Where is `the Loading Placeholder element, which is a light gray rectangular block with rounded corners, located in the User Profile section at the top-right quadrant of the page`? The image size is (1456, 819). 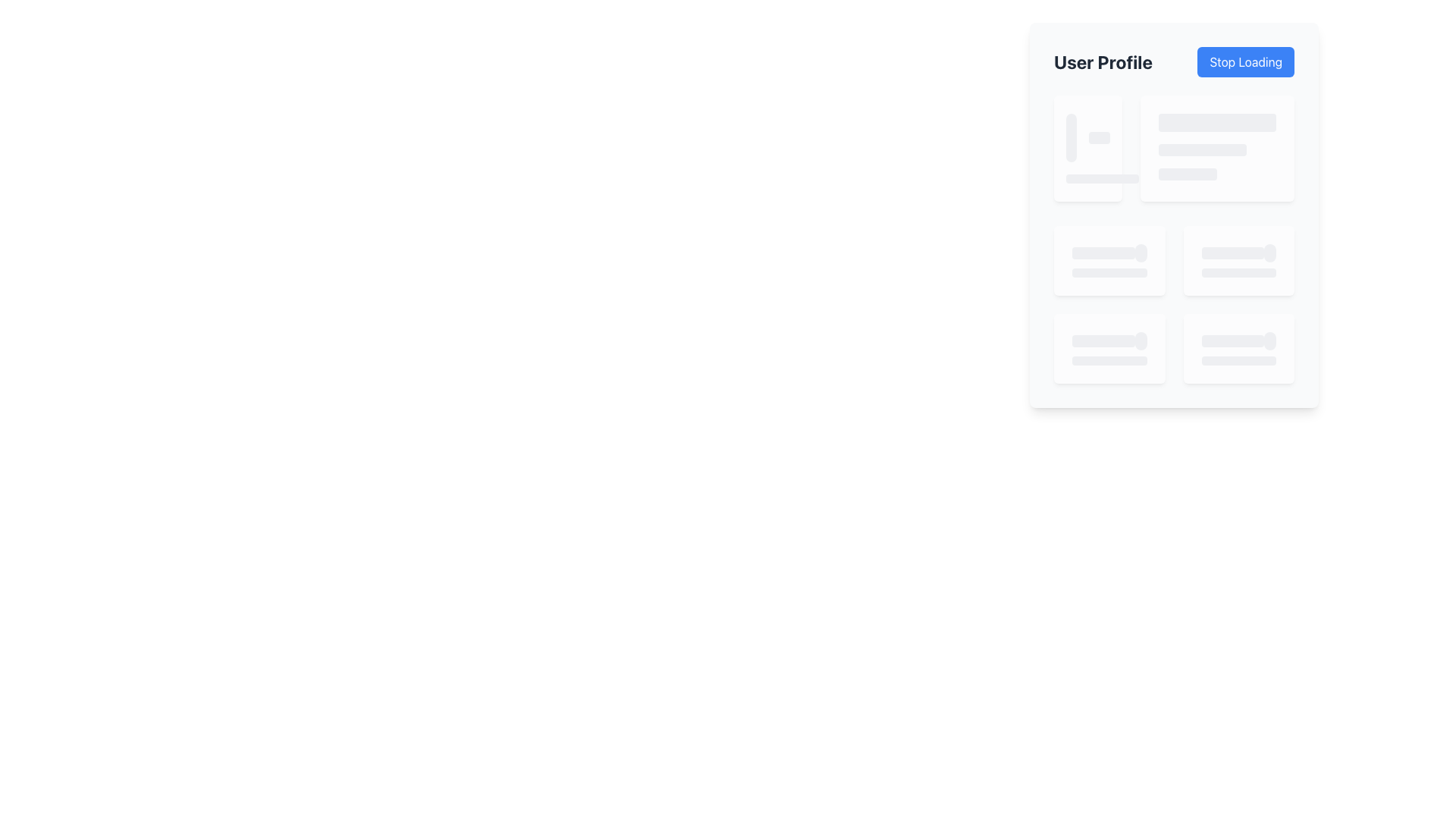 the Loading Placeholder element, which is a light gray rectangular block with rounded corners, located in the User Profile section at the top-right quadrant of the page is located at coordinates (1217, 122).